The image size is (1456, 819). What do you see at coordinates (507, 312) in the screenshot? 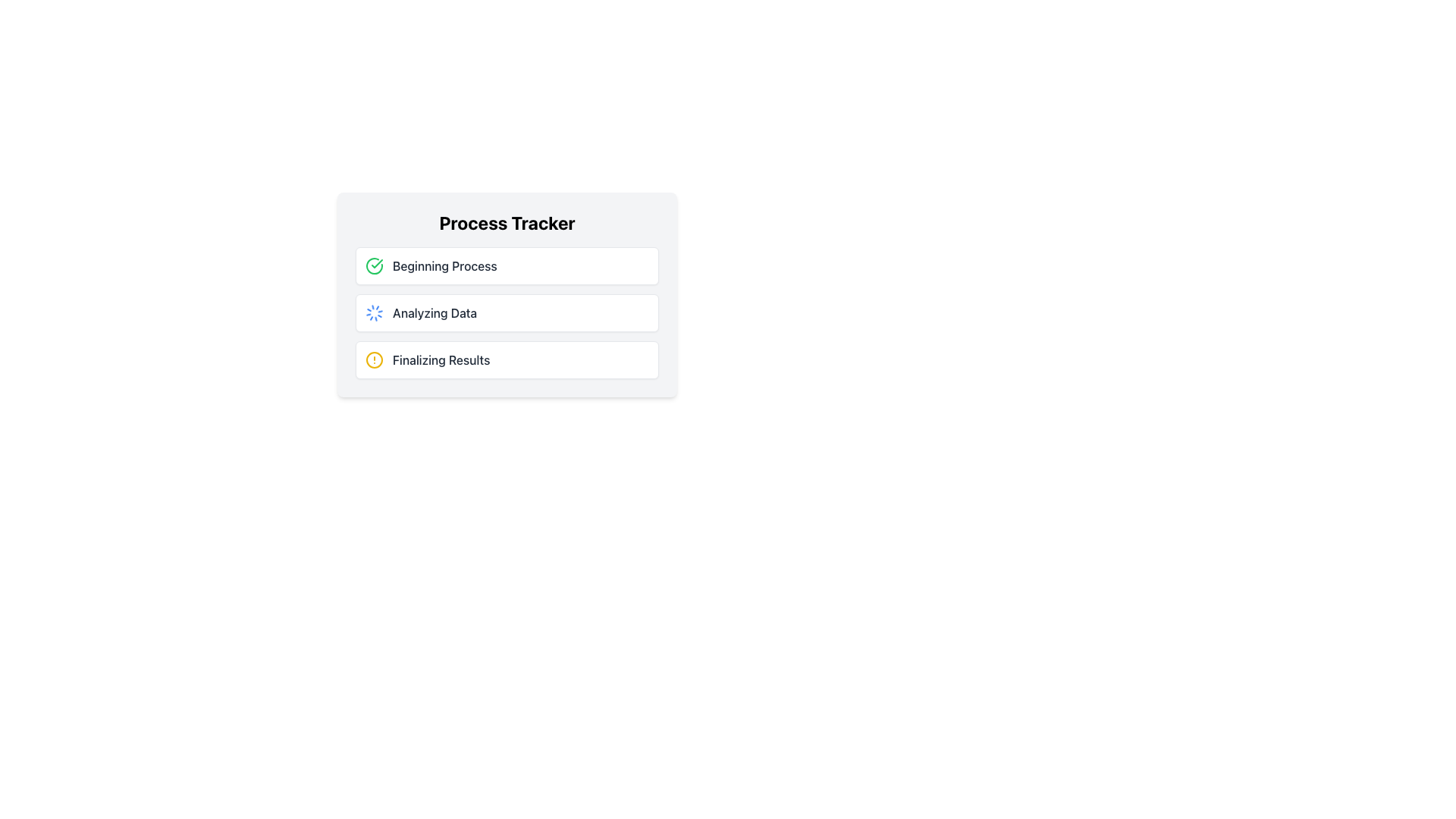
I see `the progress by interacting with the Status indicator located in the 'Process Tracker' interface, specifically the second item under 'Beginning Process', which shows the ongoing data analysis` at bounding box center [507, 312].